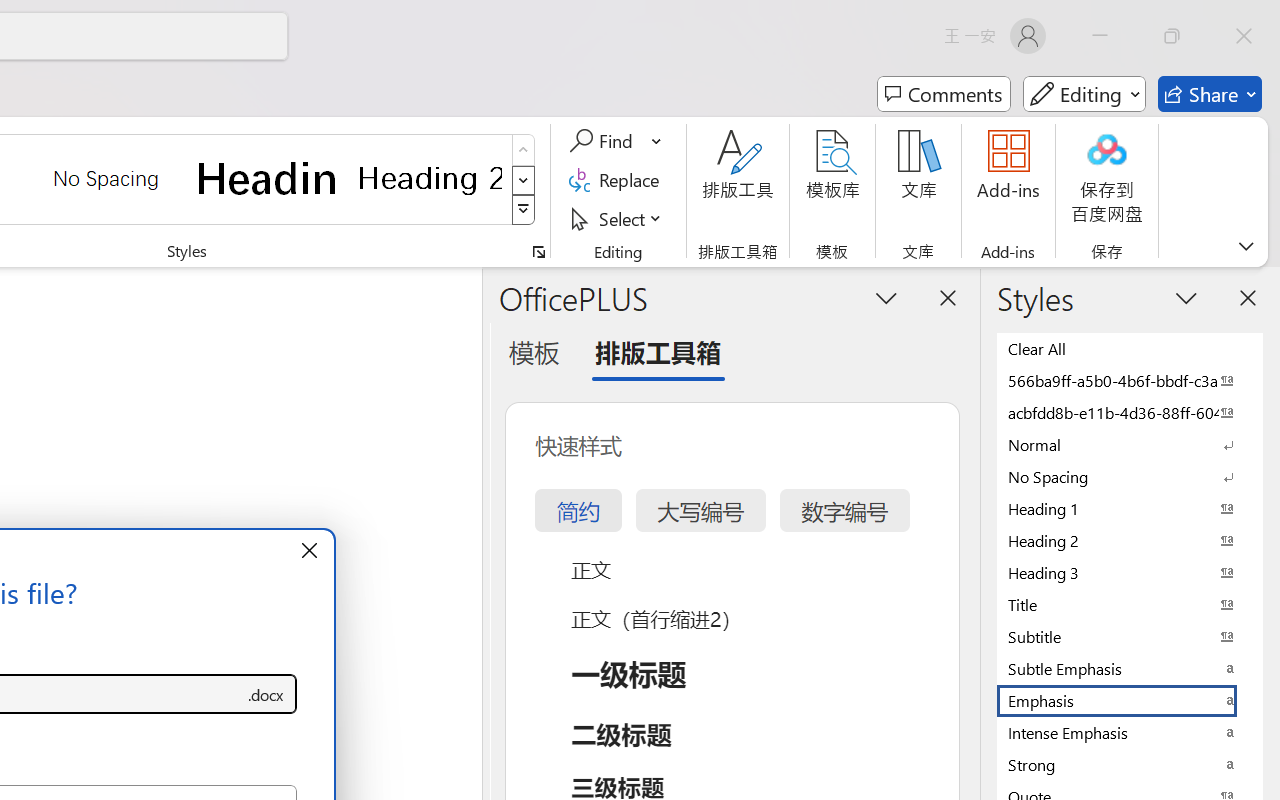 Image resolution: width=1280 pixels, height=800 pixels. I want to click on 'Restore Down', so click(1172, 35).